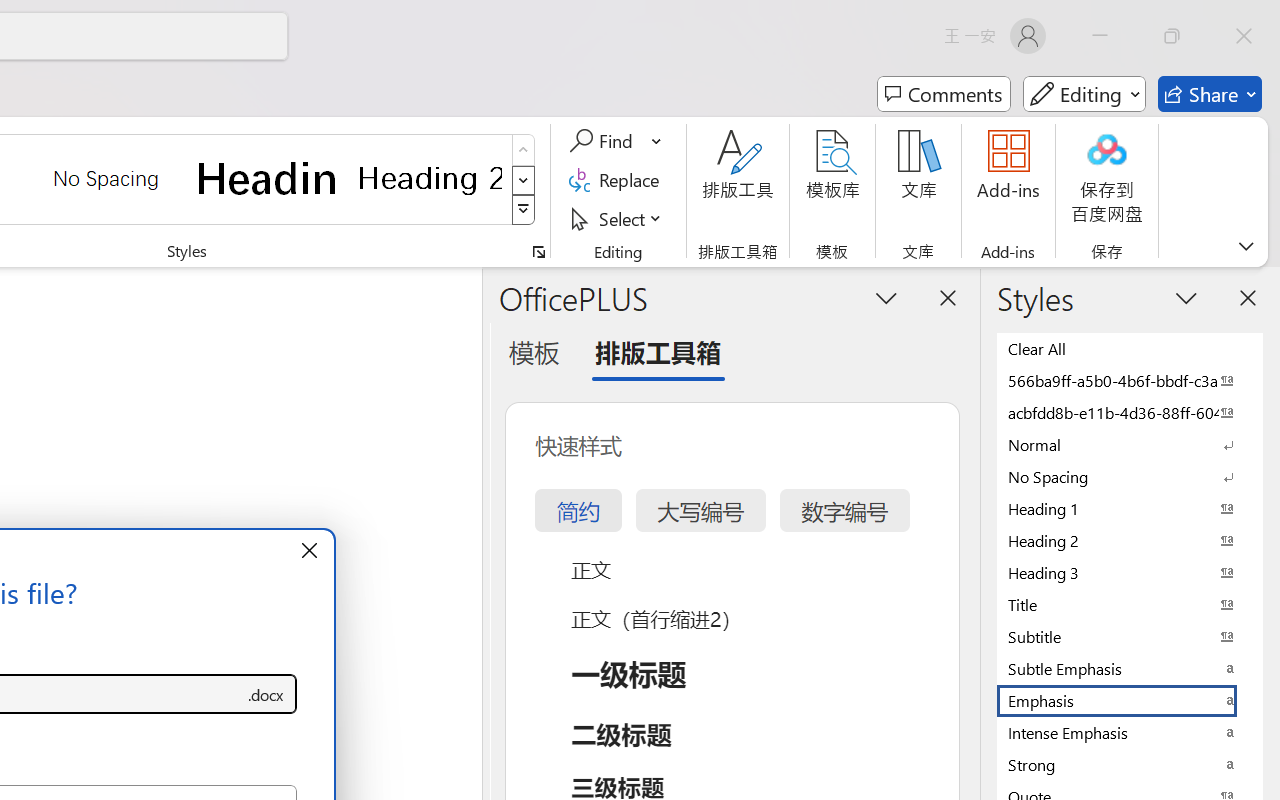 Image resolution: width=1280 pixels, height=800 pixels. I want to click on 'Restore Down', so click(1172, 35).